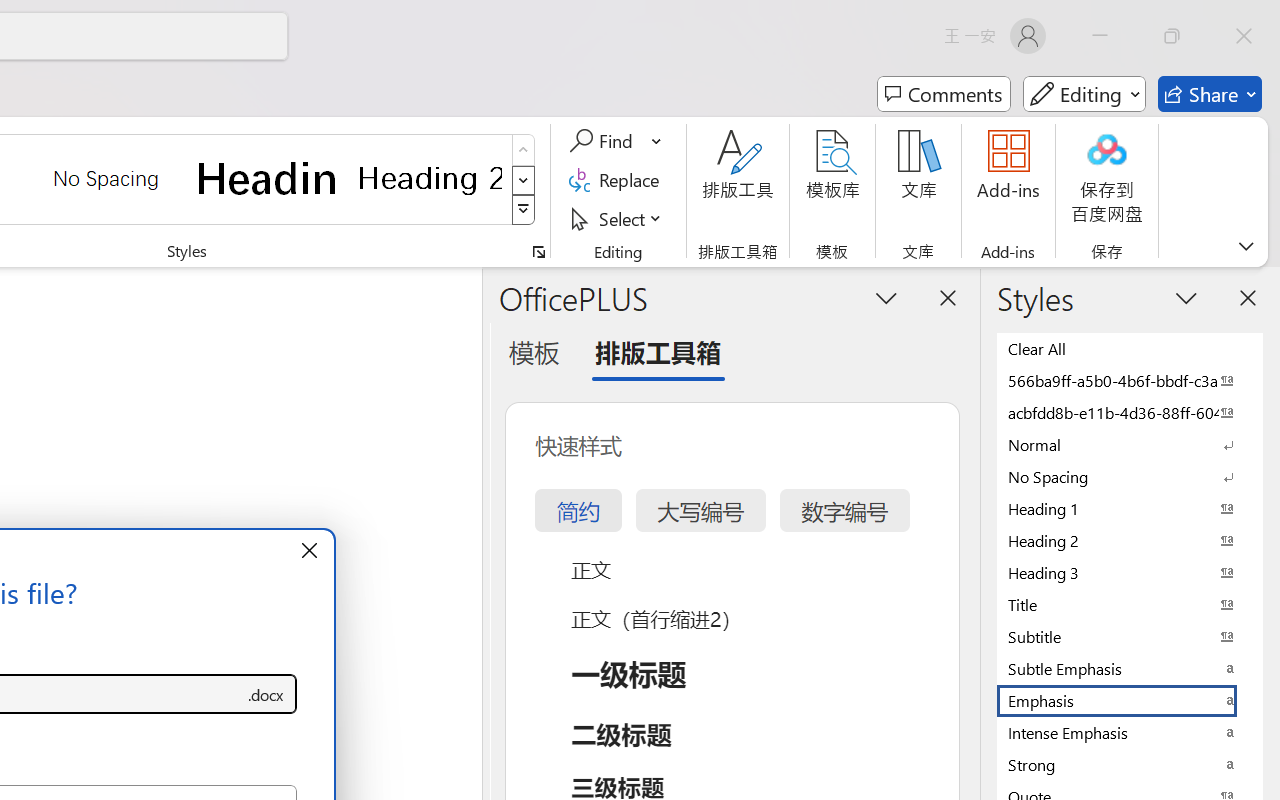 Image resolution: width=1280 pixels, height=800 pixels. I want to click on 'Restore Down', so click(1172, 35).